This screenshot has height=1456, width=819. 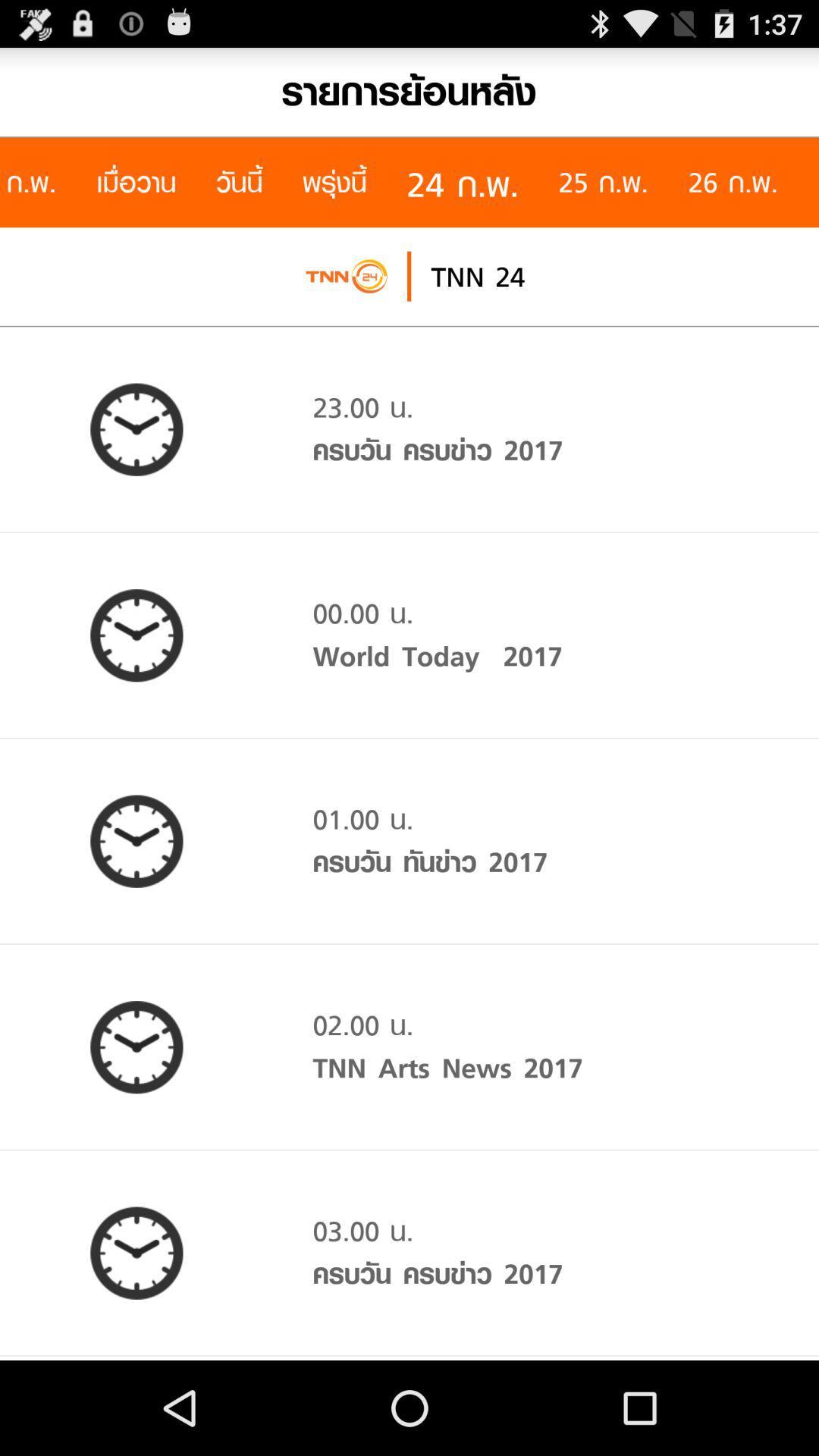 I want to click on world today  2017 icon, so click(x=438, y=656).